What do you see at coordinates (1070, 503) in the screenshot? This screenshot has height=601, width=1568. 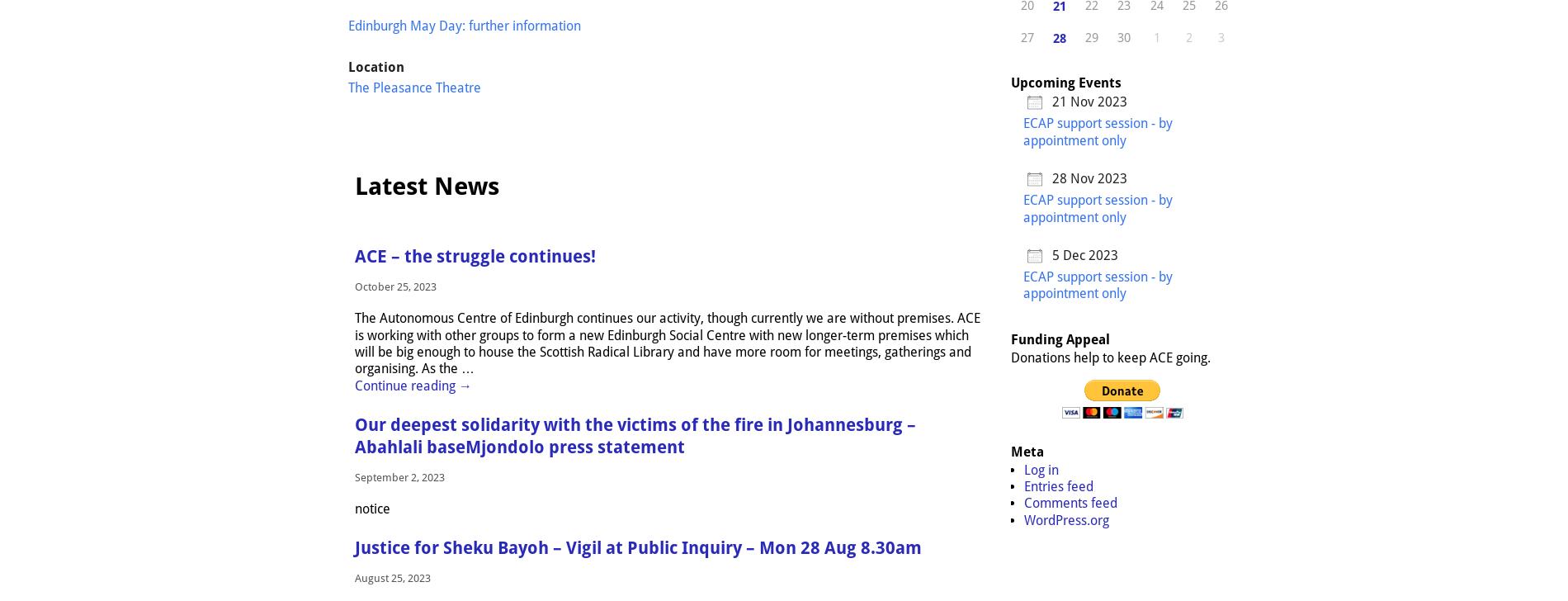 I see `'Comments feed'` at bounding box center [1070, 503].